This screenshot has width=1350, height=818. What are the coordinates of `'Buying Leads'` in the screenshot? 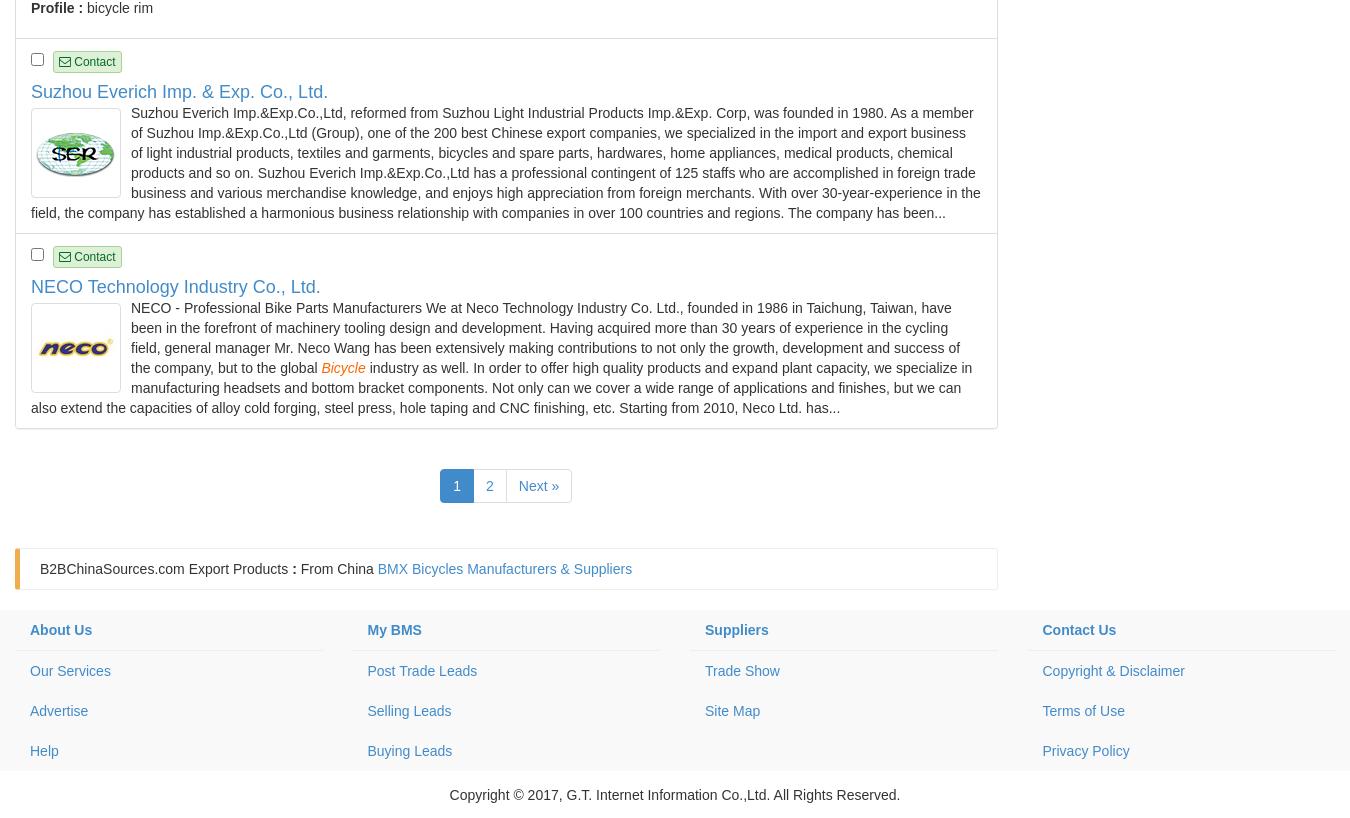 It's located at (409, 751).